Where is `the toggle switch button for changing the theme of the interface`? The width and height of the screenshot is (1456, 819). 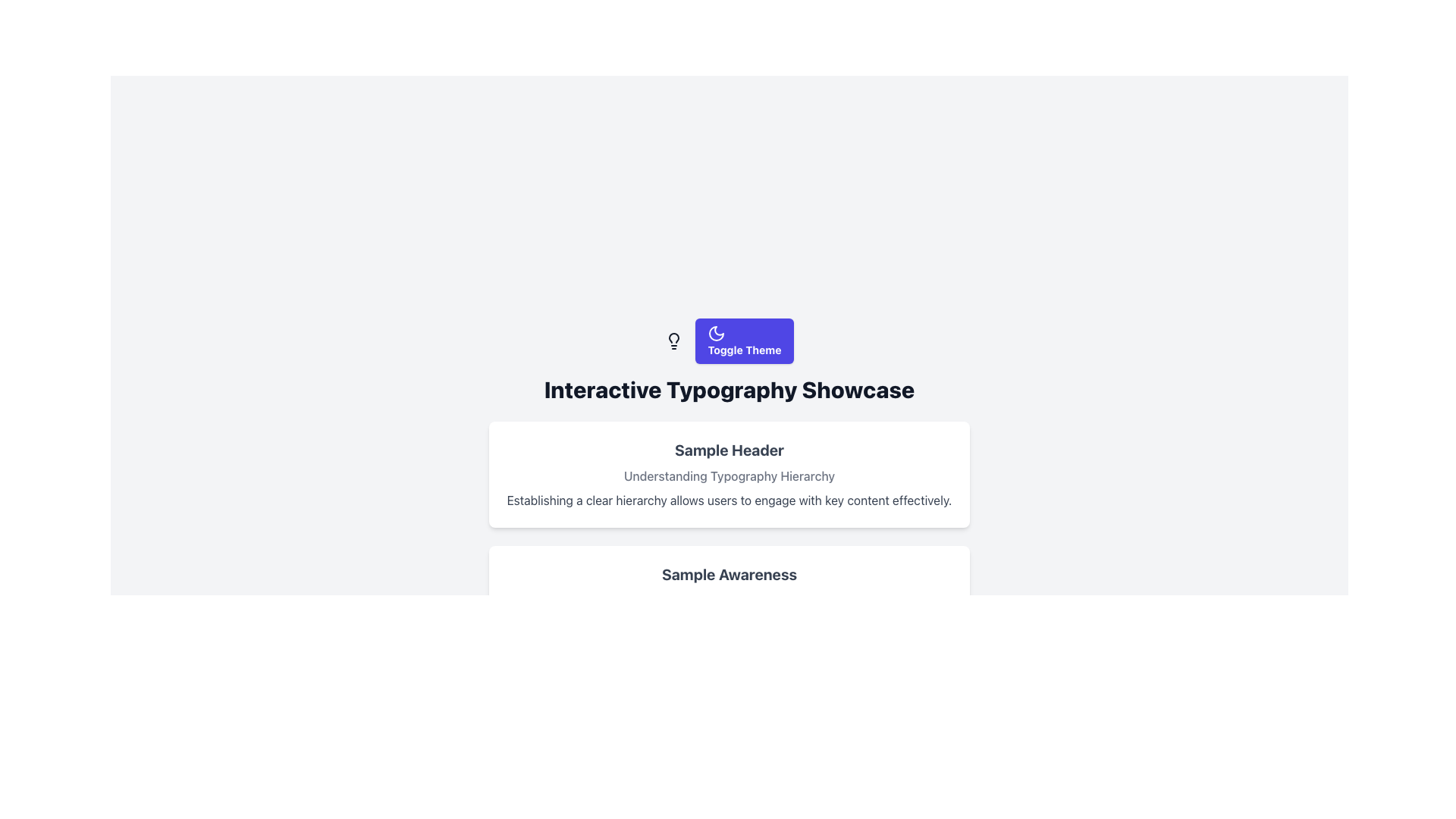
the toggle switch button for changing the theme of the interface is located at coordinates (745, 341).